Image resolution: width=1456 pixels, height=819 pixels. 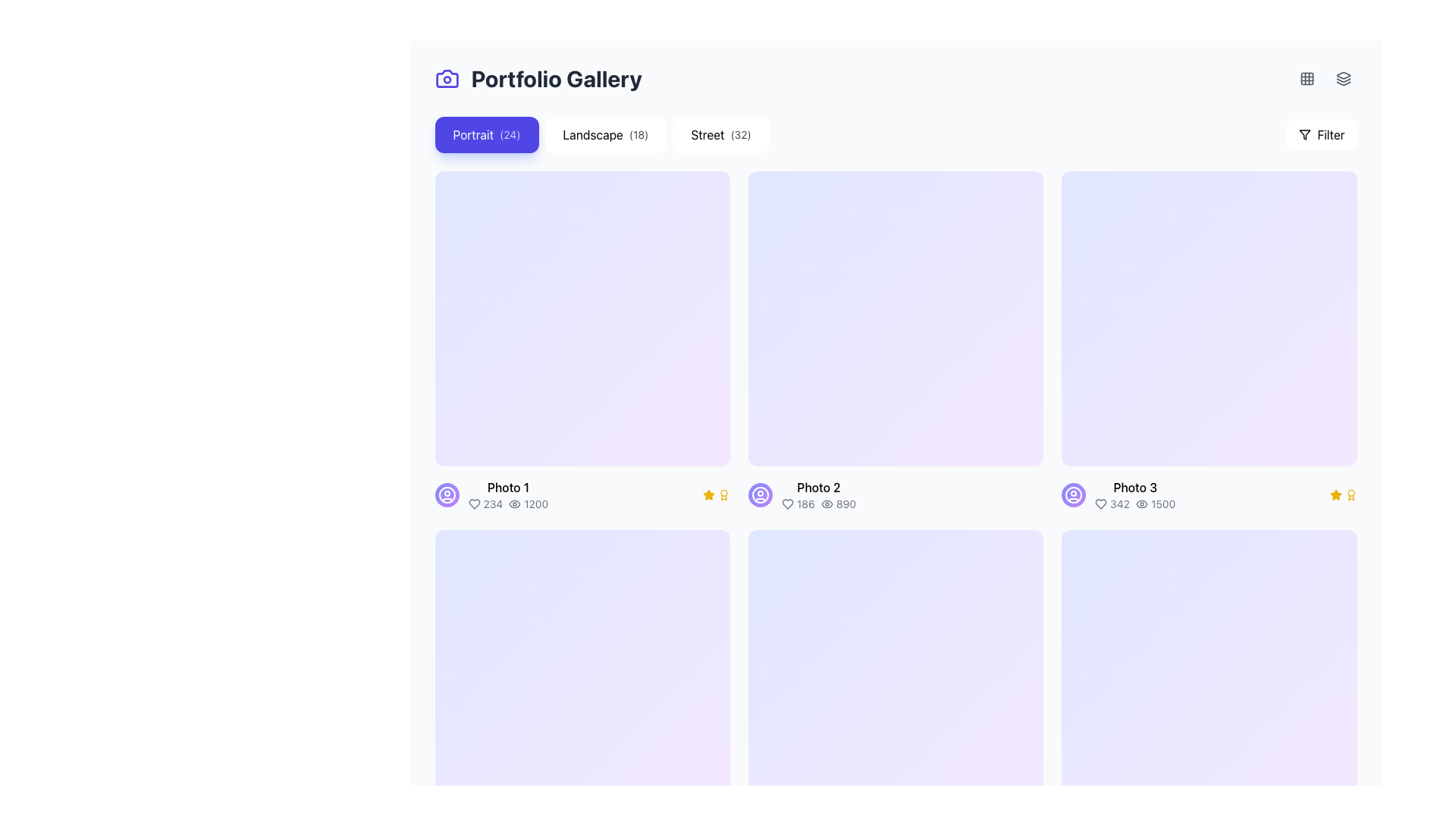 What do you see at coordinates (760, 495) in the screenshot?
I see `the user icon represented by a circular figure with a smaller circle for the head and connecting lines for shoulders, styled in white on a gradient background from indigo to purple` at bounding box center [760, 495].